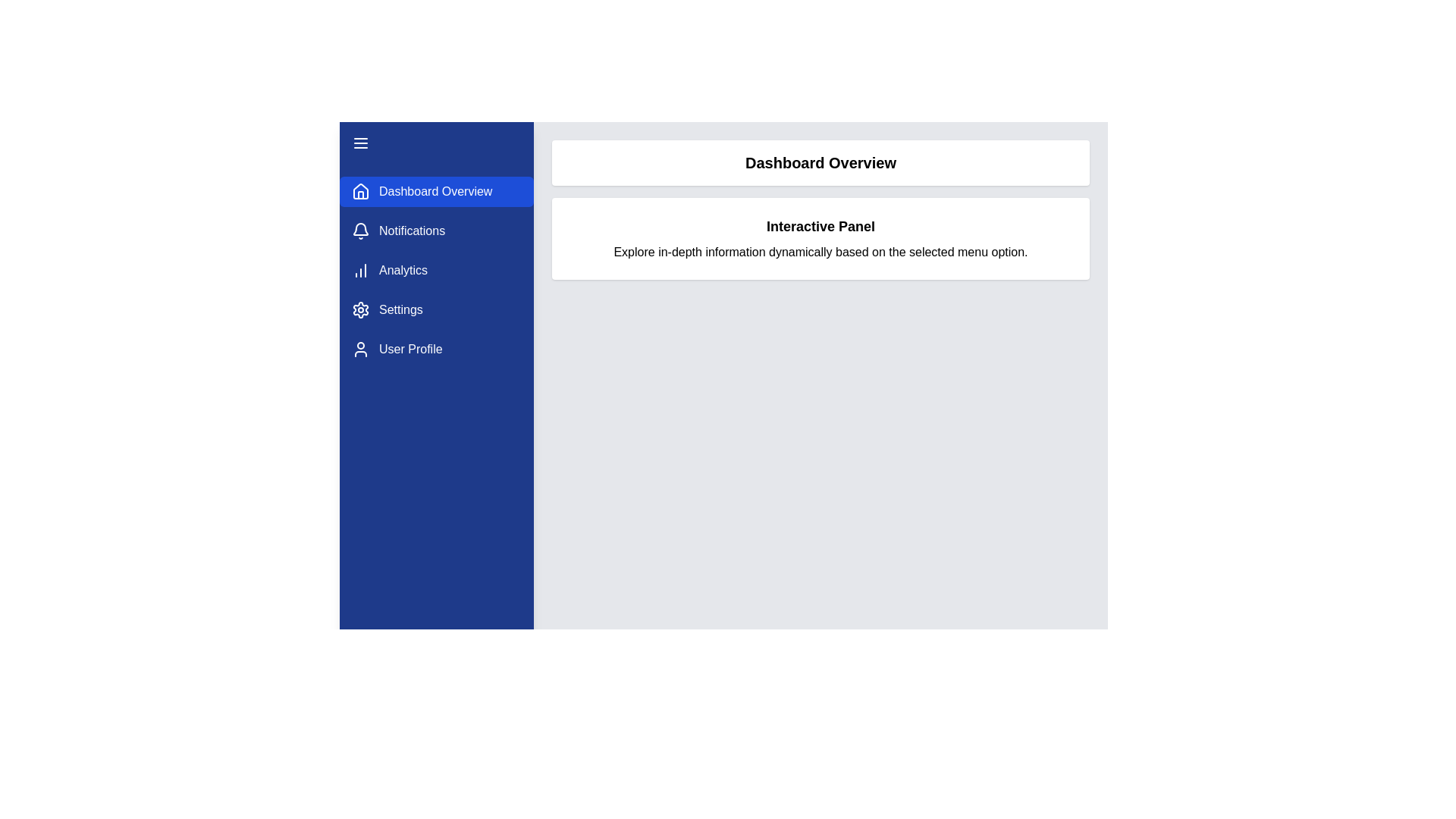 The width and height of the screenshot is (1456, 819). What do you see at coordinates (359, 190) in the screenshot?
I see `the house icon in the vertical navigation menu` at bounding box center [359, 190].